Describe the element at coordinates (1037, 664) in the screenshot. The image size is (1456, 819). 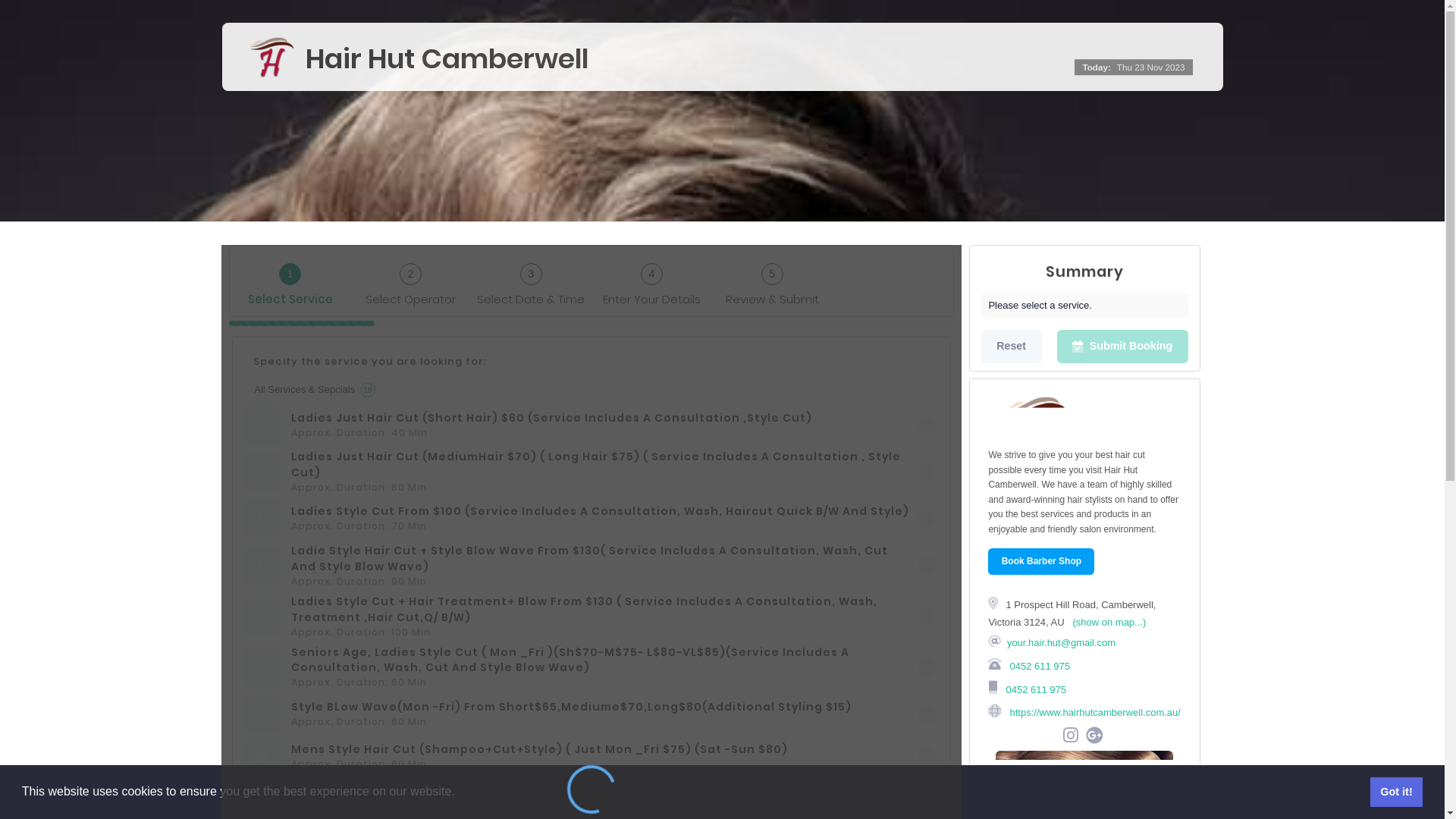
I see `'0452 611 975'` at that location.